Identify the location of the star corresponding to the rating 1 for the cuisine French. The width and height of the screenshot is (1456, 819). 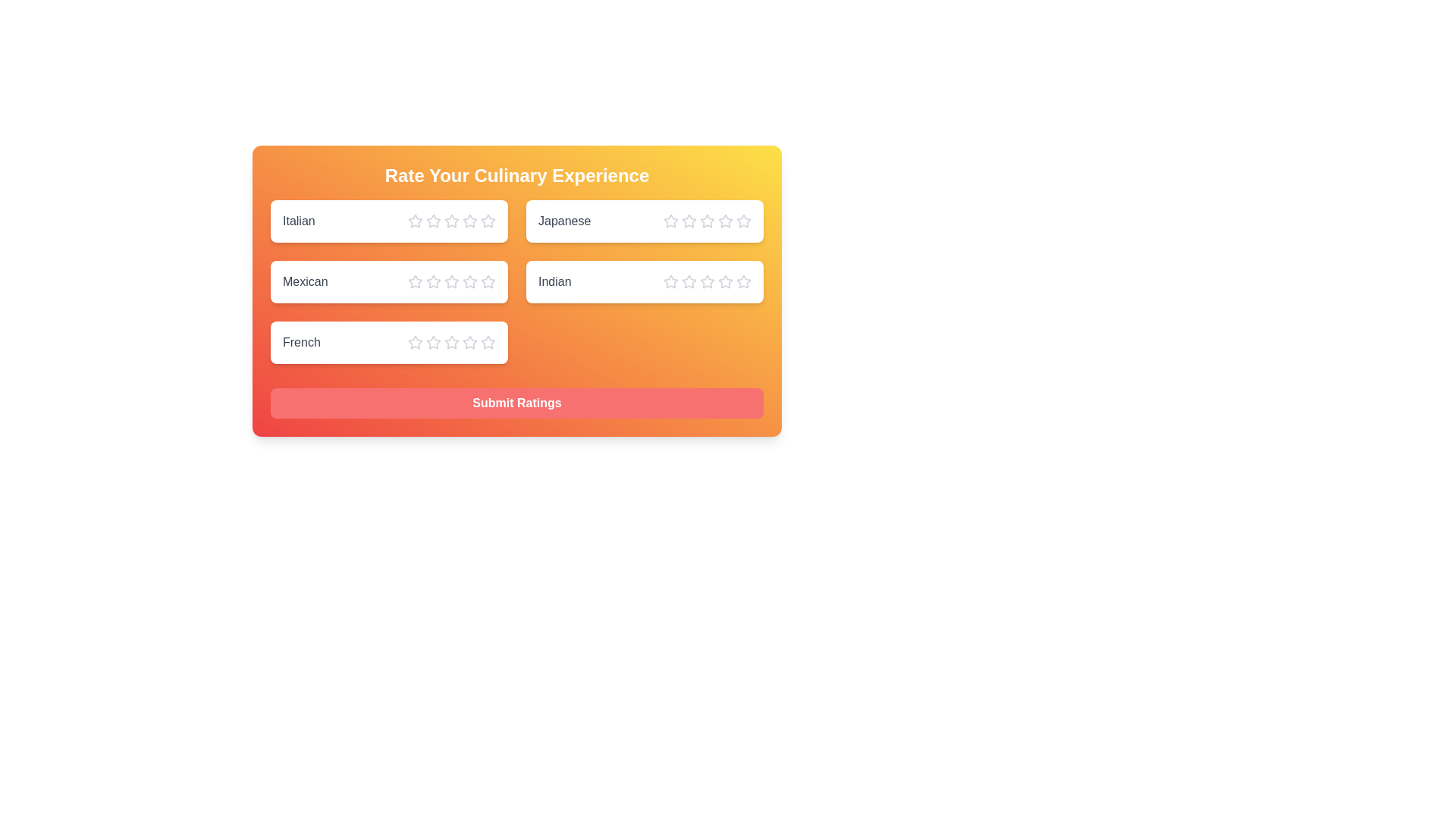
(415, 342).